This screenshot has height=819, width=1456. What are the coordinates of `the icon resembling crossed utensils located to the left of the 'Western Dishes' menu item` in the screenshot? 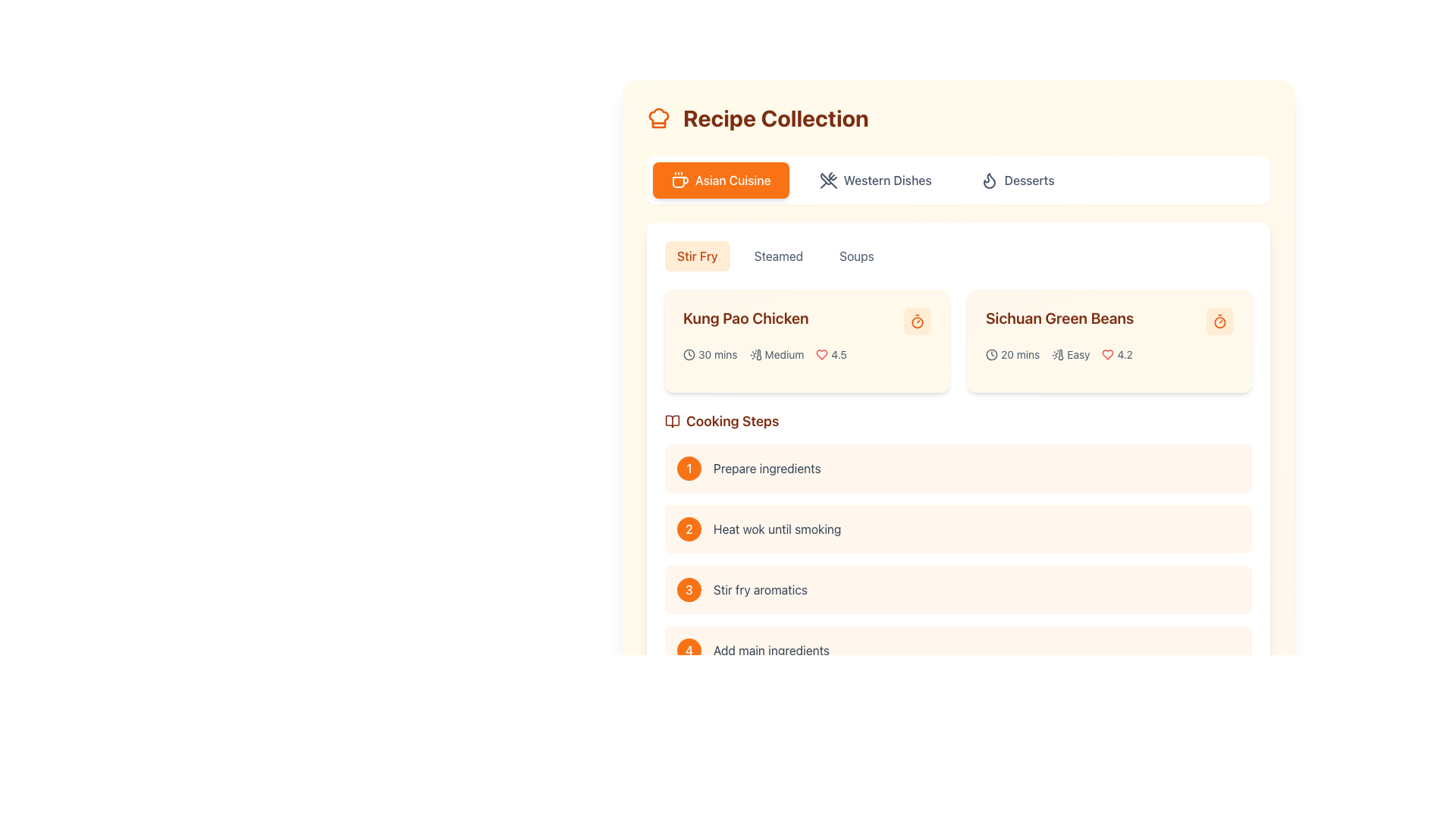 It's located at (827, 180).